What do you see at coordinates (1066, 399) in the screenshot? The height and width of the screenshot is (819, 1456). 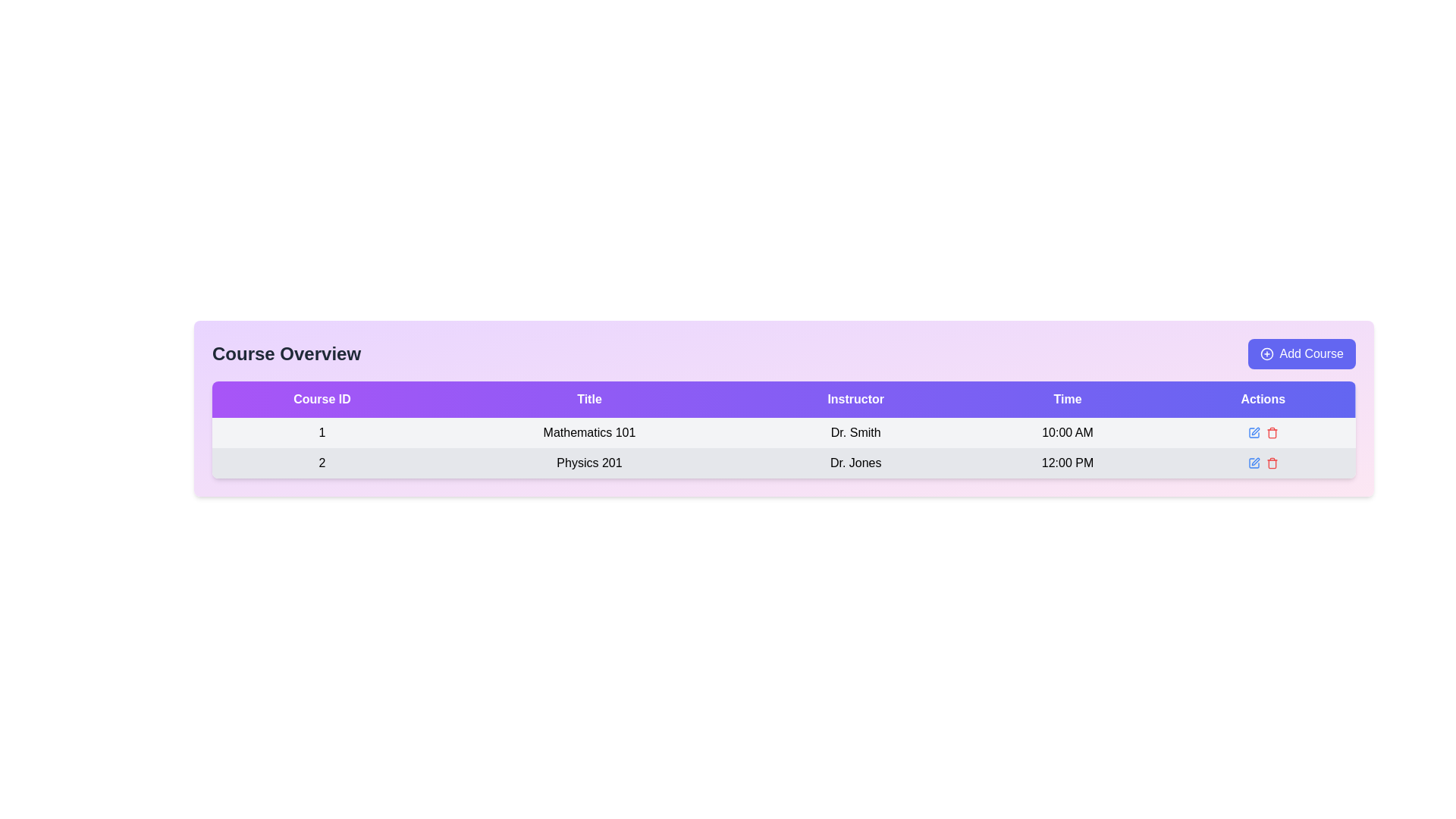 I see `the 'Time' column header text label, which is the fourth column header from the left in the table, positioned between the 'Instructor' and 'Actions' columns` at bounding box center [1066, 399].